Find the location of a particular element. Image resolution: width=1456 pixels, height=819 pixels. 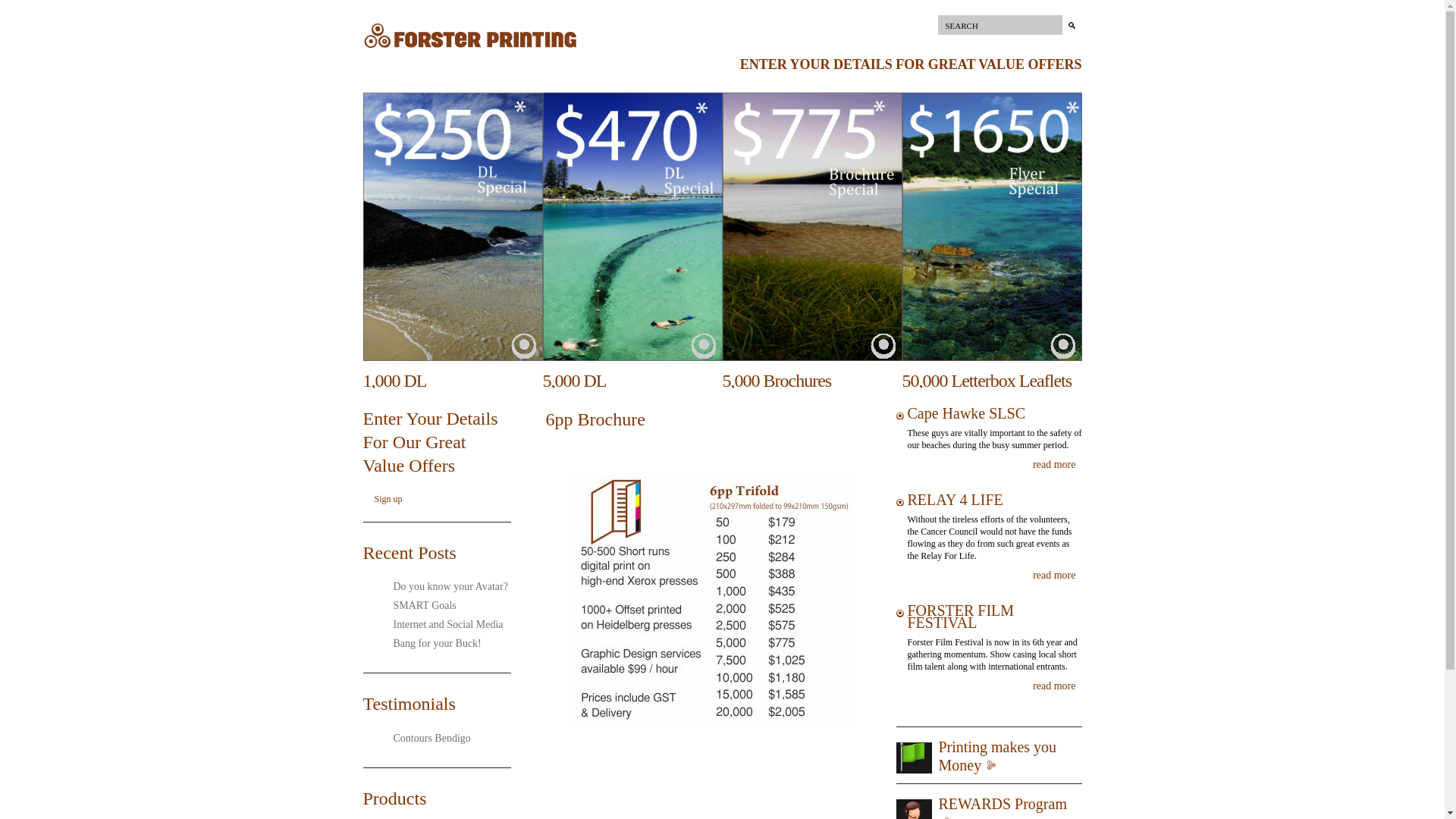

' ' is located at coordinates (886, 347).